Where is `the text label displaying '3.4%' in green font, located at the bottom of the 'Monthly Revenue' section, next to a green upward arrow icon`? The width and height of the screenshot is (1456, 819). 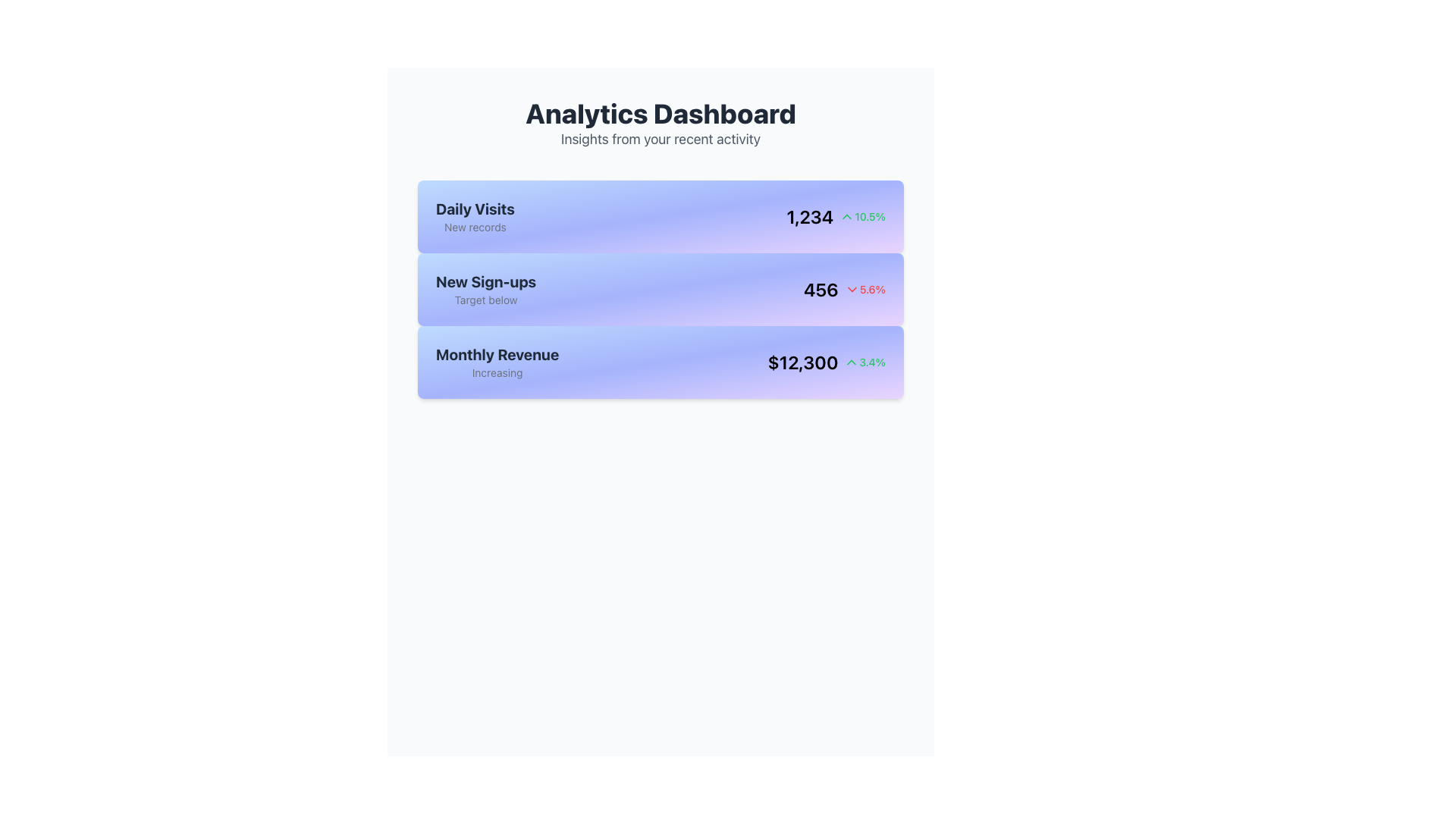 the text label displaying '3.4%' in green font, located at the bottom of the 'Monthly Revenue' section, next to a green upward arrow icon is located at coordinates (872, 362).